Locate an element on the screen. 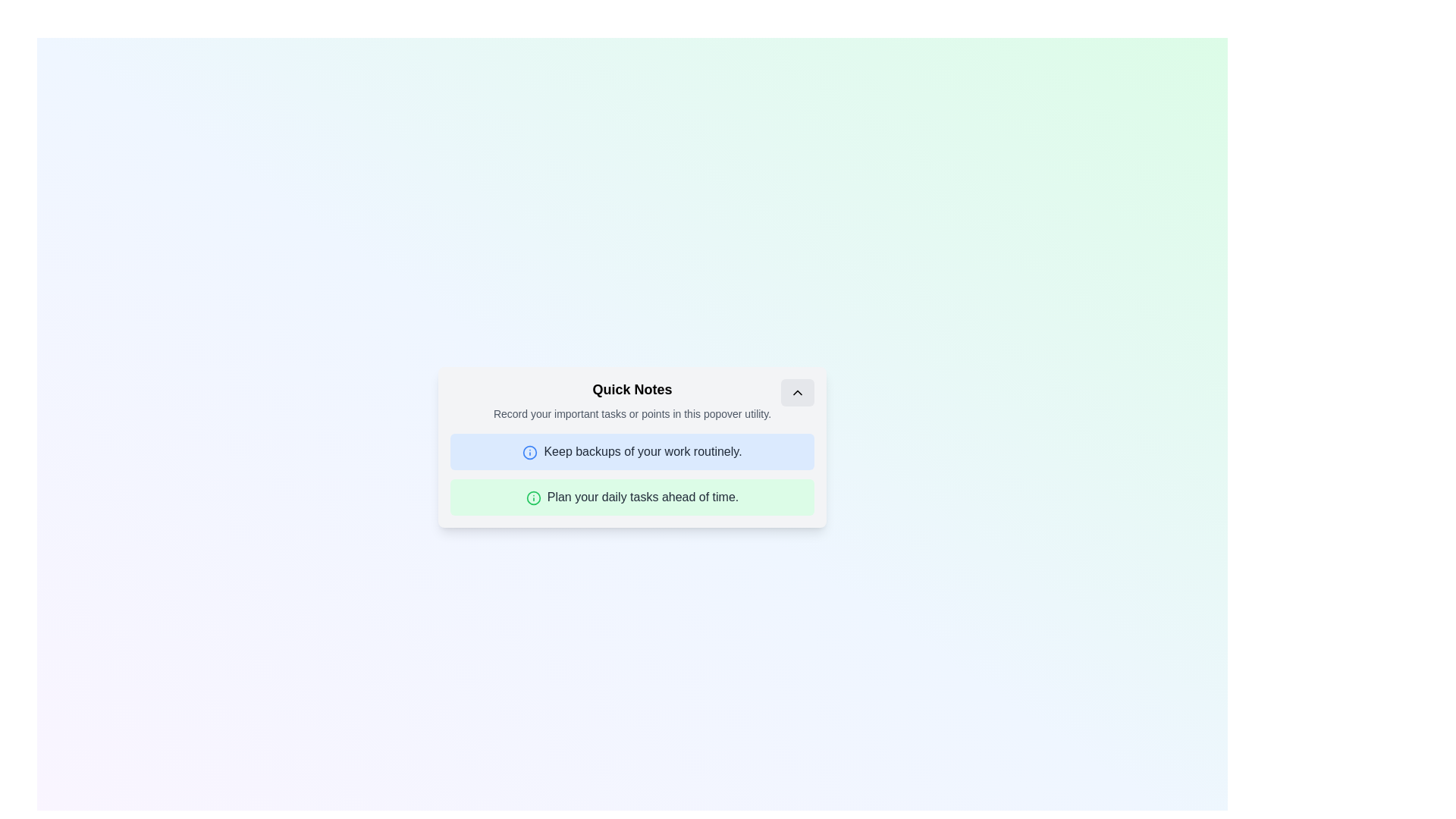 Image resolution: width=1456 pixels, height=819 pixels. the circular information icon, which features a blue ring and a centered blue 'i', located to the left of the text 'Keep backups of your work routinely.' is located at coordinates (530, 451).